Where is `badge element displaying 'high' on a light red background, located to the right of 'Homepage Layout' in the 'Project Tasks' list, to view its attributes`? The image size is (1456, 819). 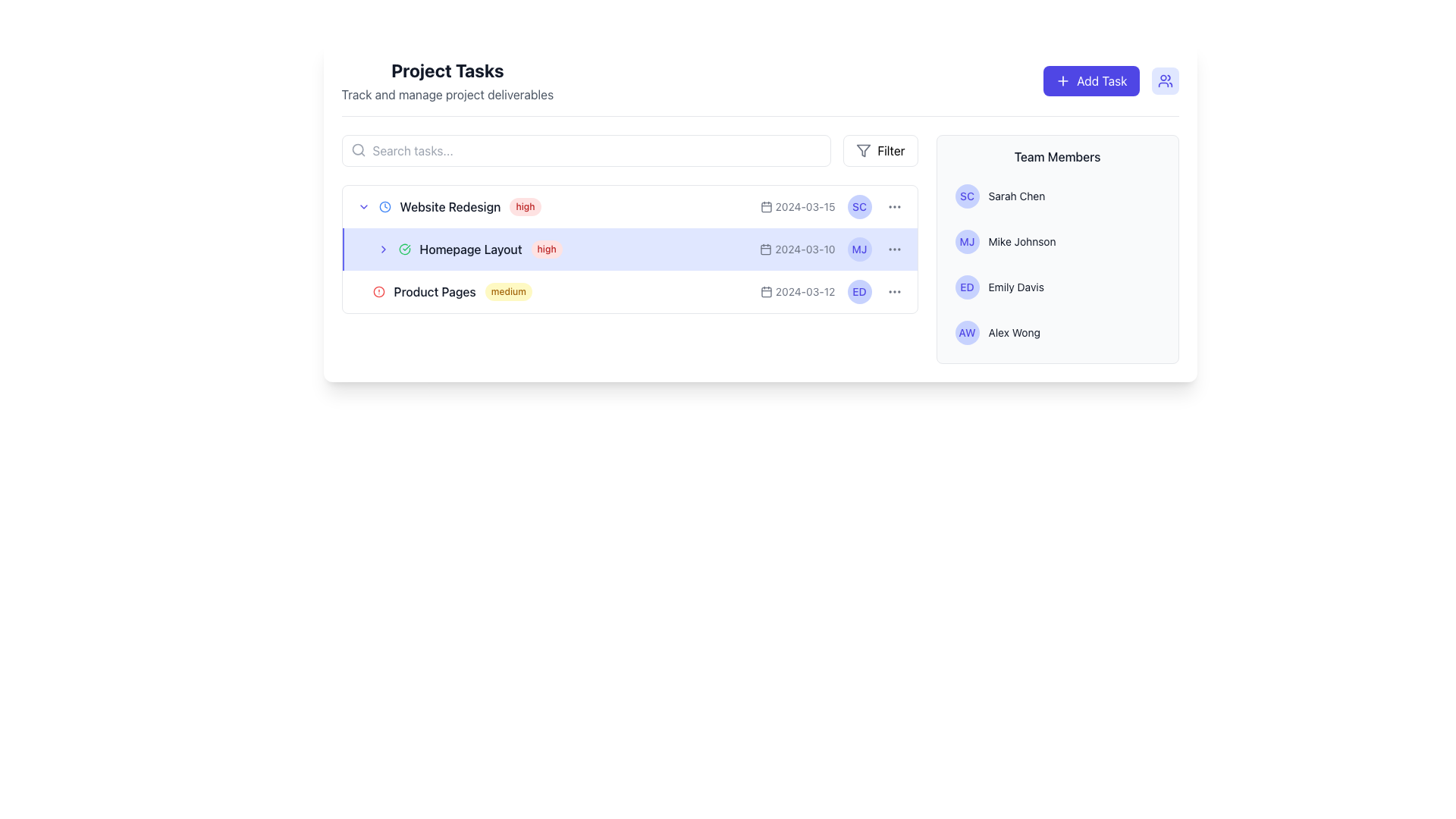 badge element displaying 'high' on a light red background, located to the right of 'Homepage Layout' in the 'Project Tasks' list, to view its attributes is located at coordinates (546, 248).